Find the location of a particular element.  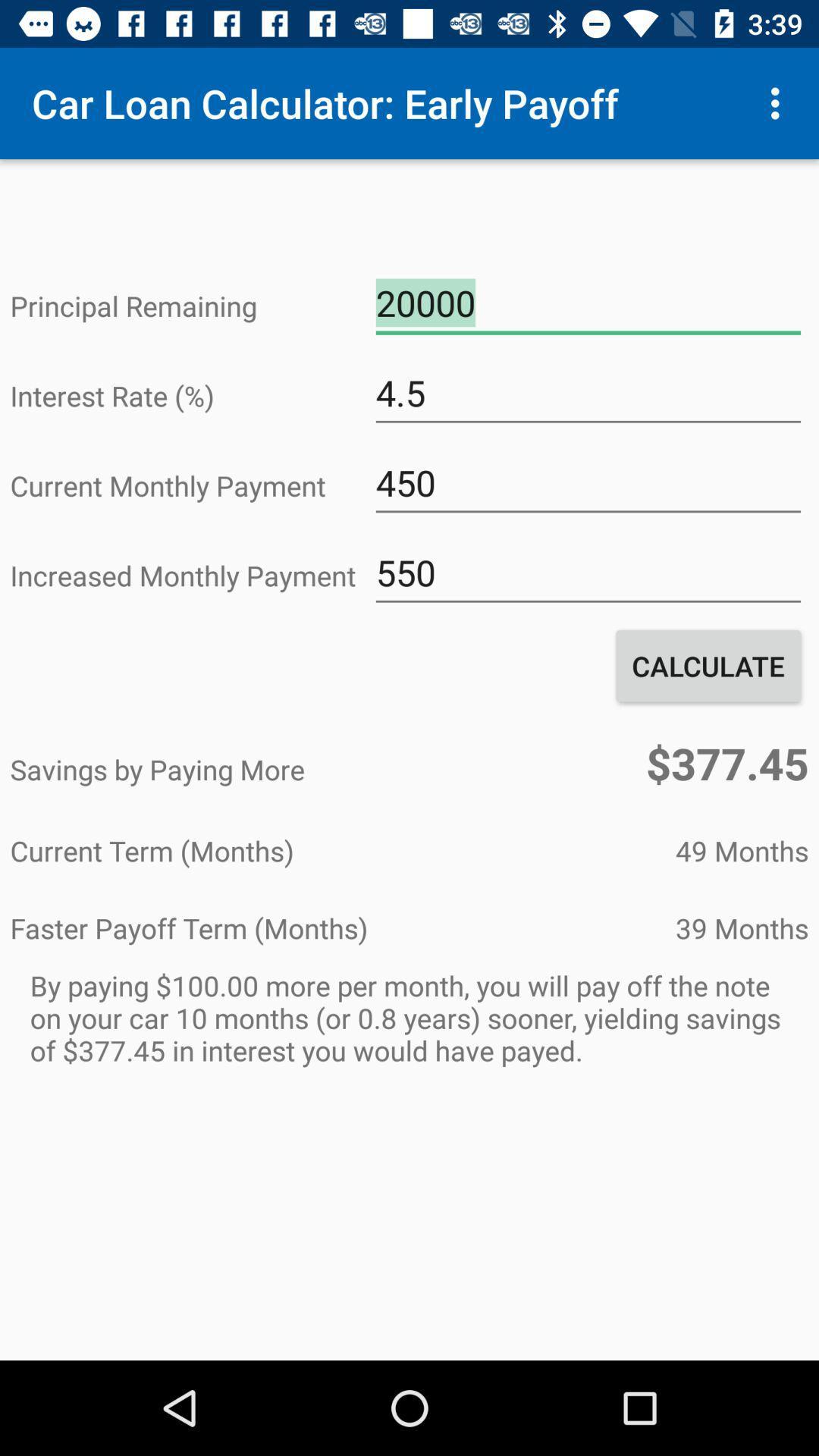

the 4.5 icon is located at coordinates (587, 393).